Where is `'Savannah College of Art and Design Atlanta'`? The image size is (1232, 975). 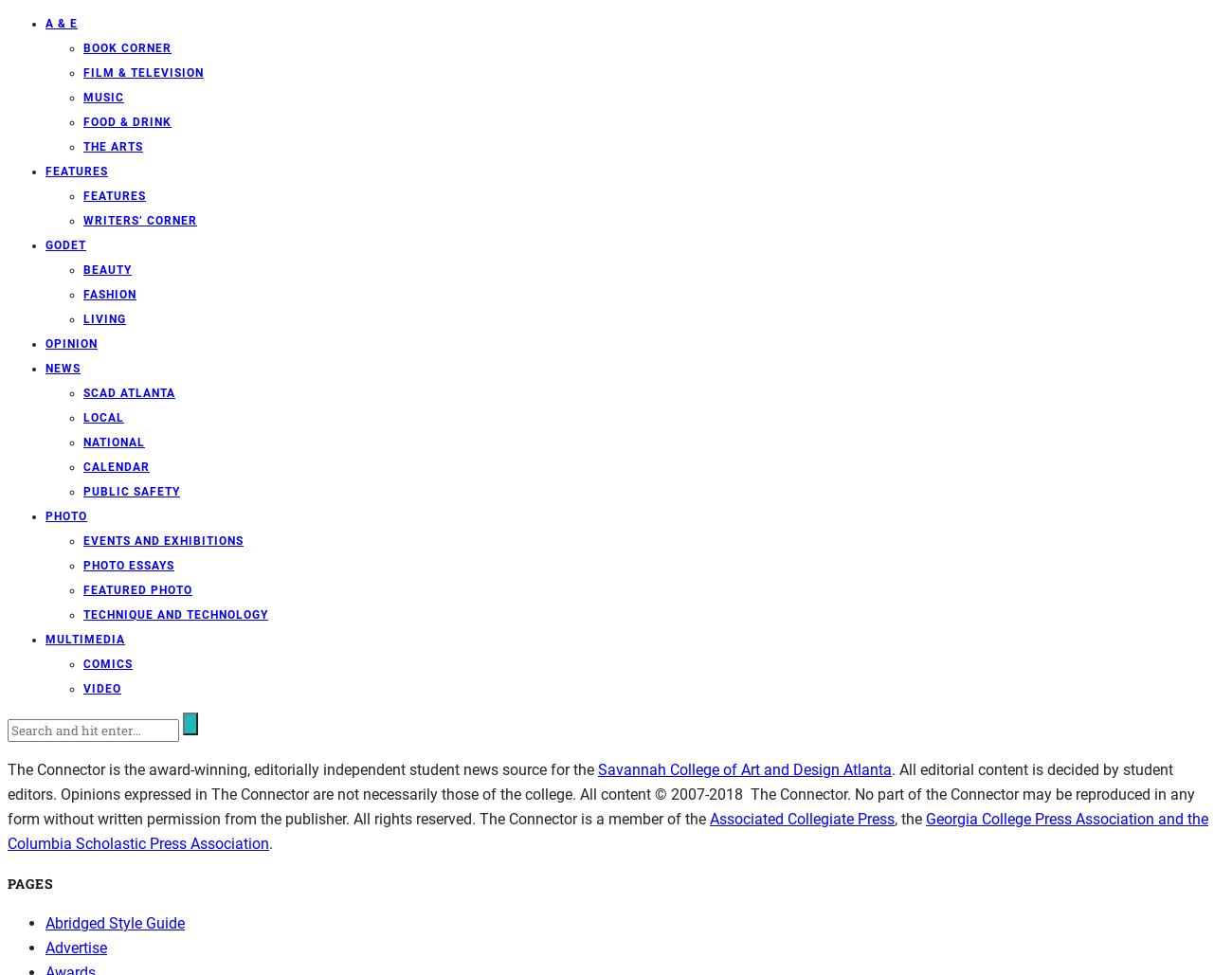
'Savannah College of Art and Design Atlanta' is located at coordinates (743, 768).